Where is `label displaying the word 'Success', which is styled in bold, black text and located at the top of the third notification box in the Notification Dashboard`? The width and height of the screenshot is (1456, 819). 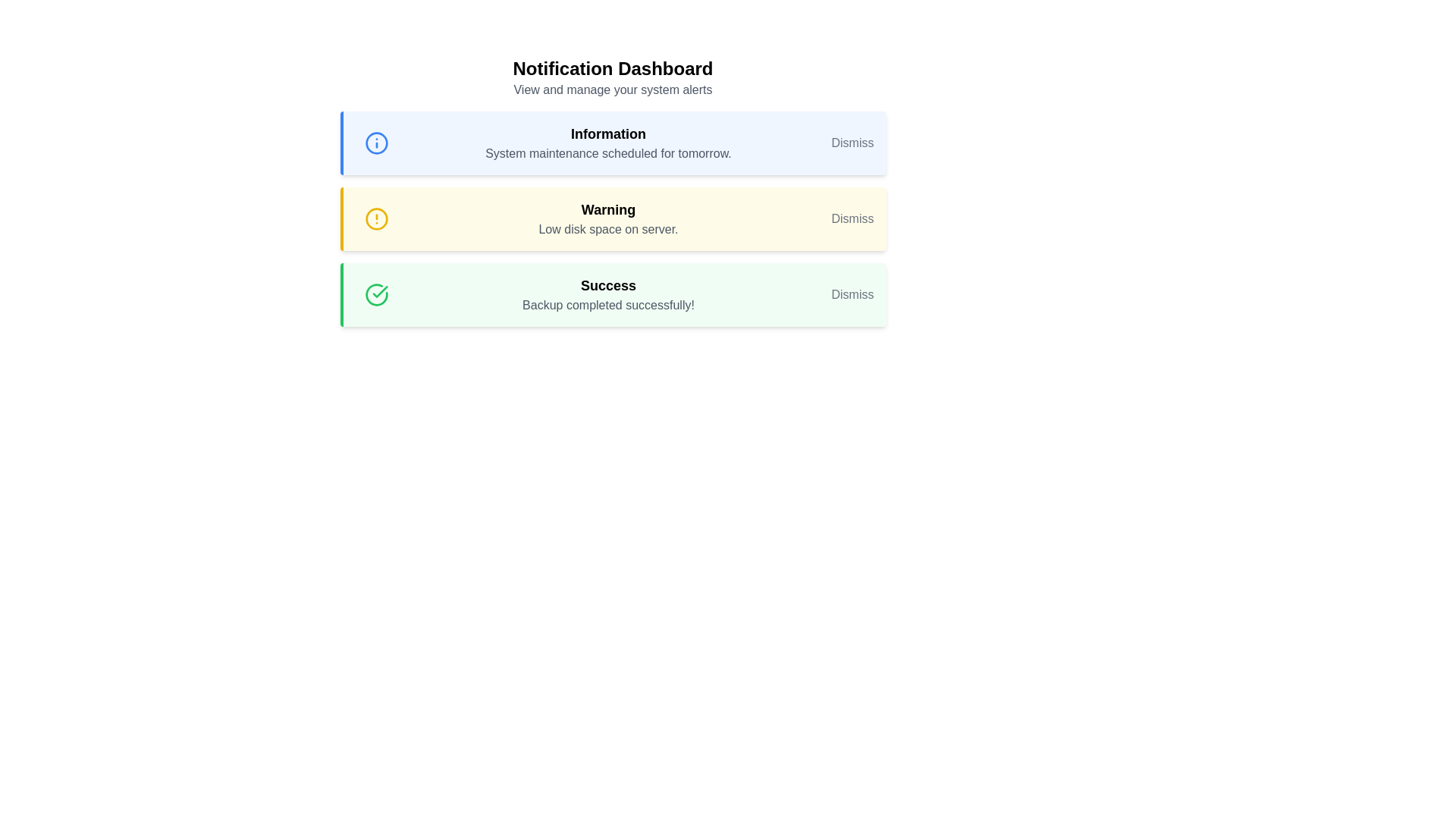
label displaying the word 'Success', which is styled in bold, black text and located at the top of the third notification box in the Notification Dashboard is located at coordinates (608, 286).